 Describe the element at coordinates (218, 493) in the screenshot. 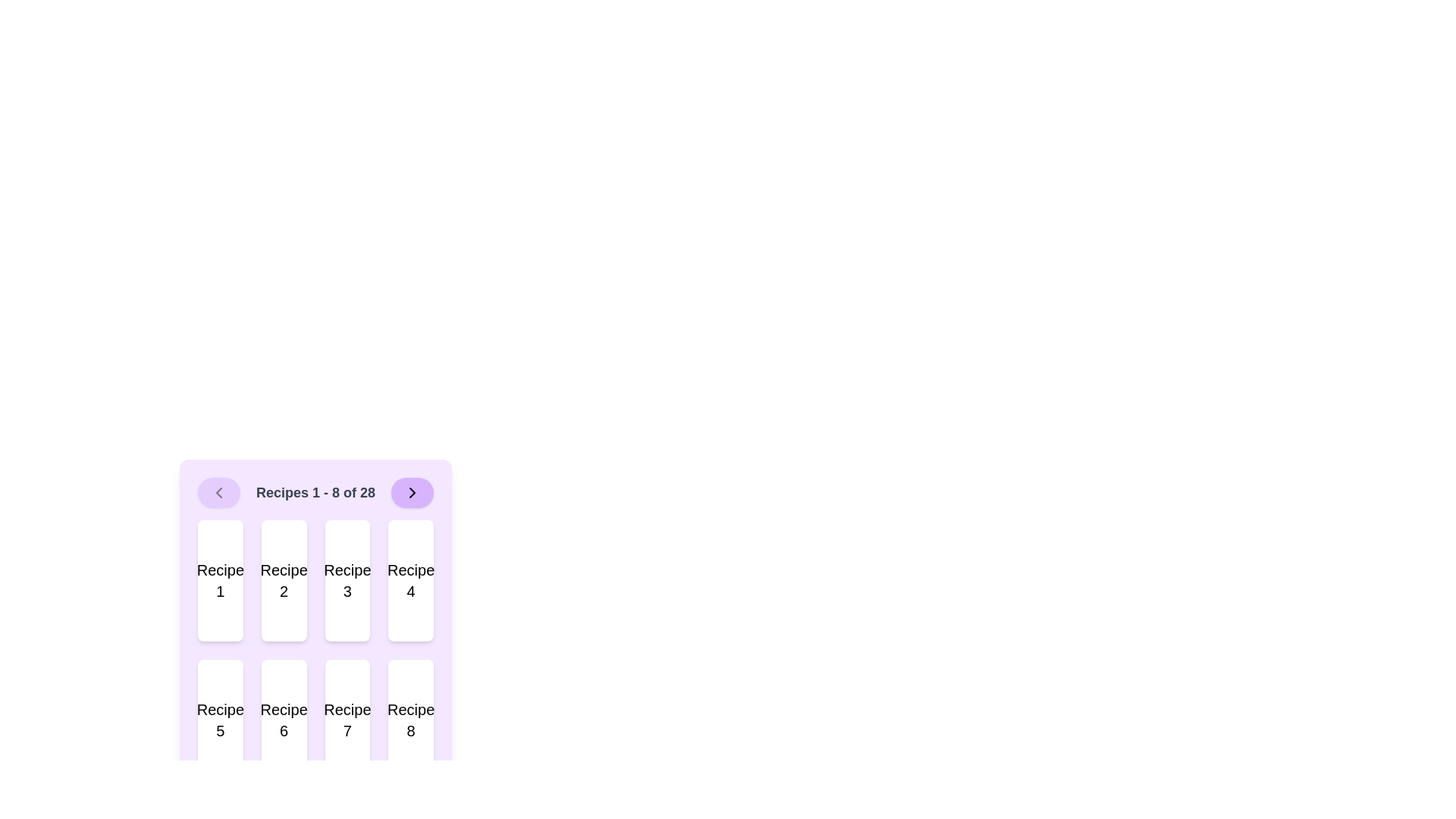

I see `the purple circular button with a left arrow icon located on the left side of the navigation control bar` at that location.